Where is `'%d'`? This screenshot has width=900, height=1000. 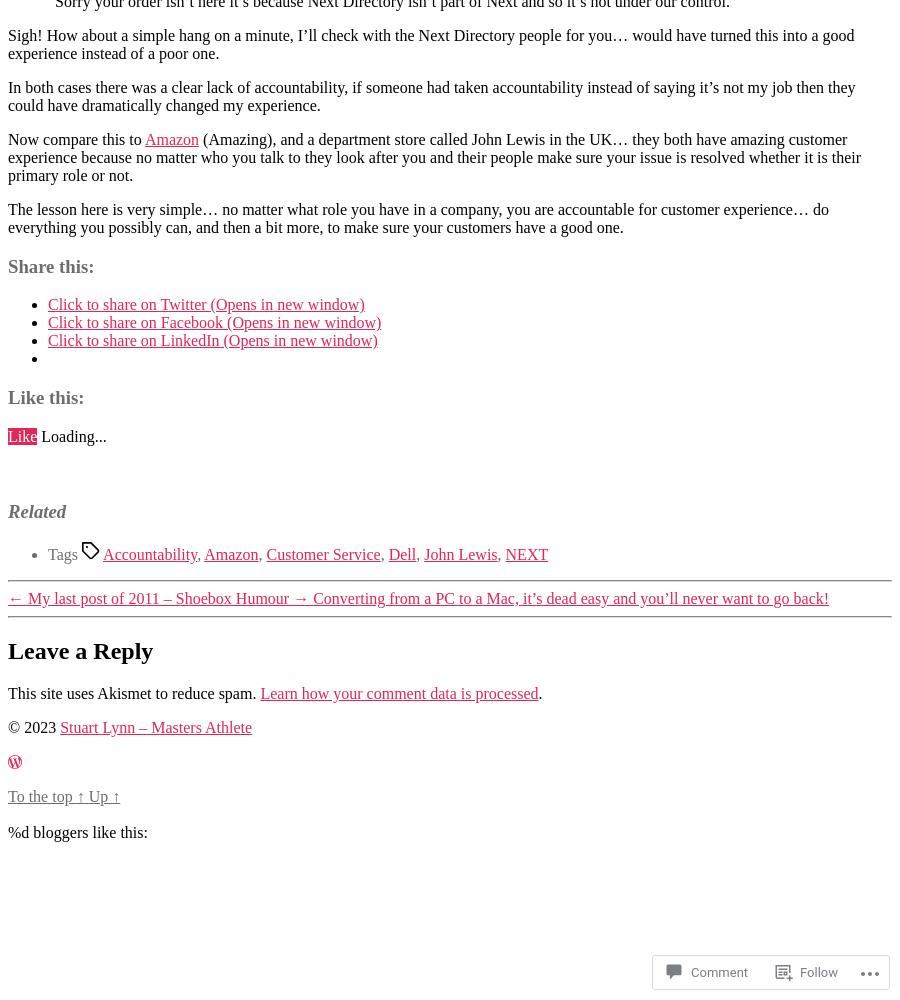 '%d' is located at coordinates (17, 830).